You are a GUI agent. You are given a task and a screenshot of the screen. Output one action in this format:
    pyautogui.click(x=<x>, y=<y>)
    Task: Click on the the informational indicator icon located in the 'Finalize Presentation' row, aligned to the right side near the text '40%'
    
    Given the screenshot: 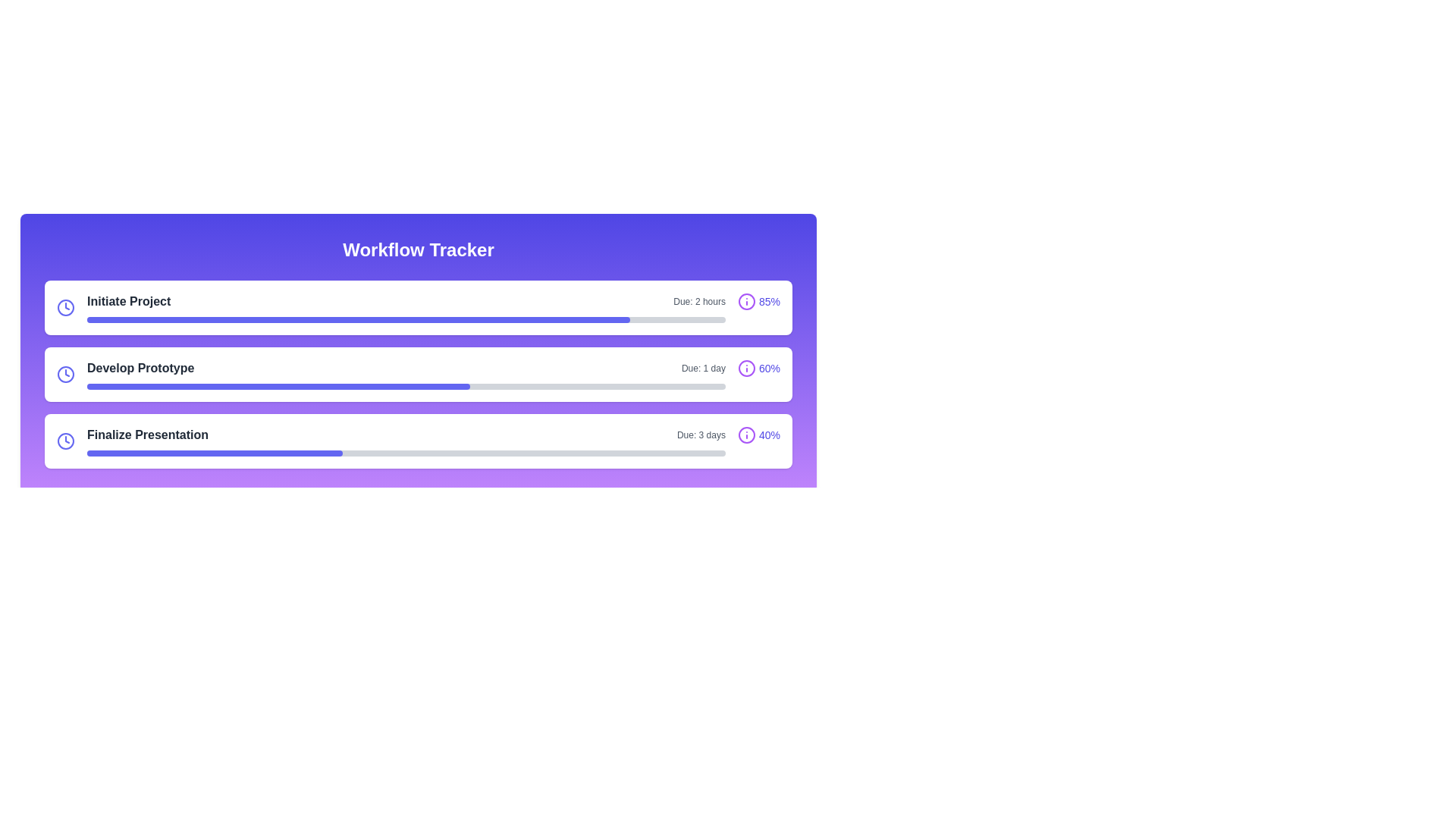 What is the action you would take?
    pyautogui.click(x=746, y=435)
    